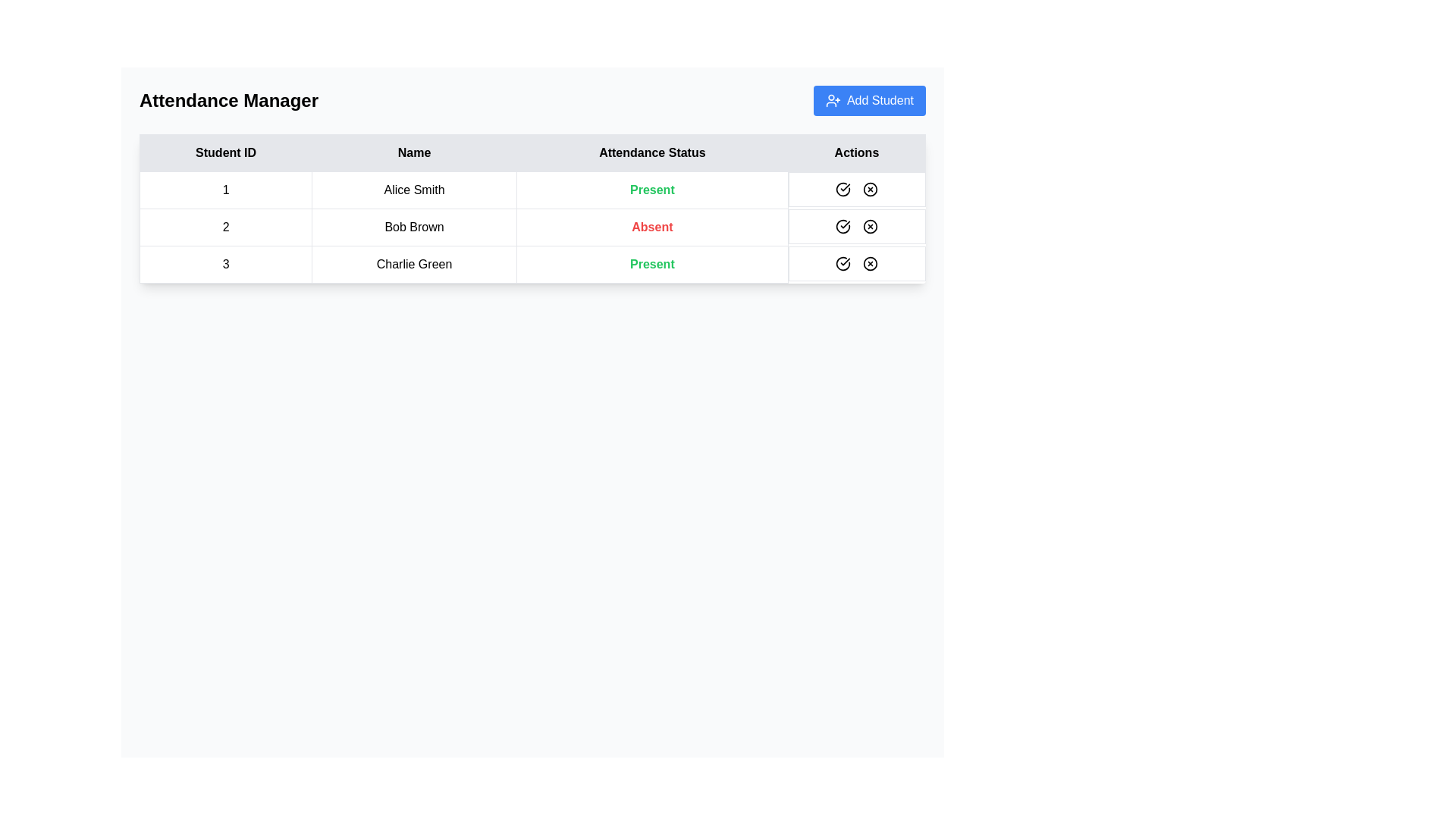  Describe the element at coordinates (652, 152) in the screenshot. I see `the text label in the third column of the table header that indicates attendance status, positioned between 'Name' and 'Actions'` at that location.